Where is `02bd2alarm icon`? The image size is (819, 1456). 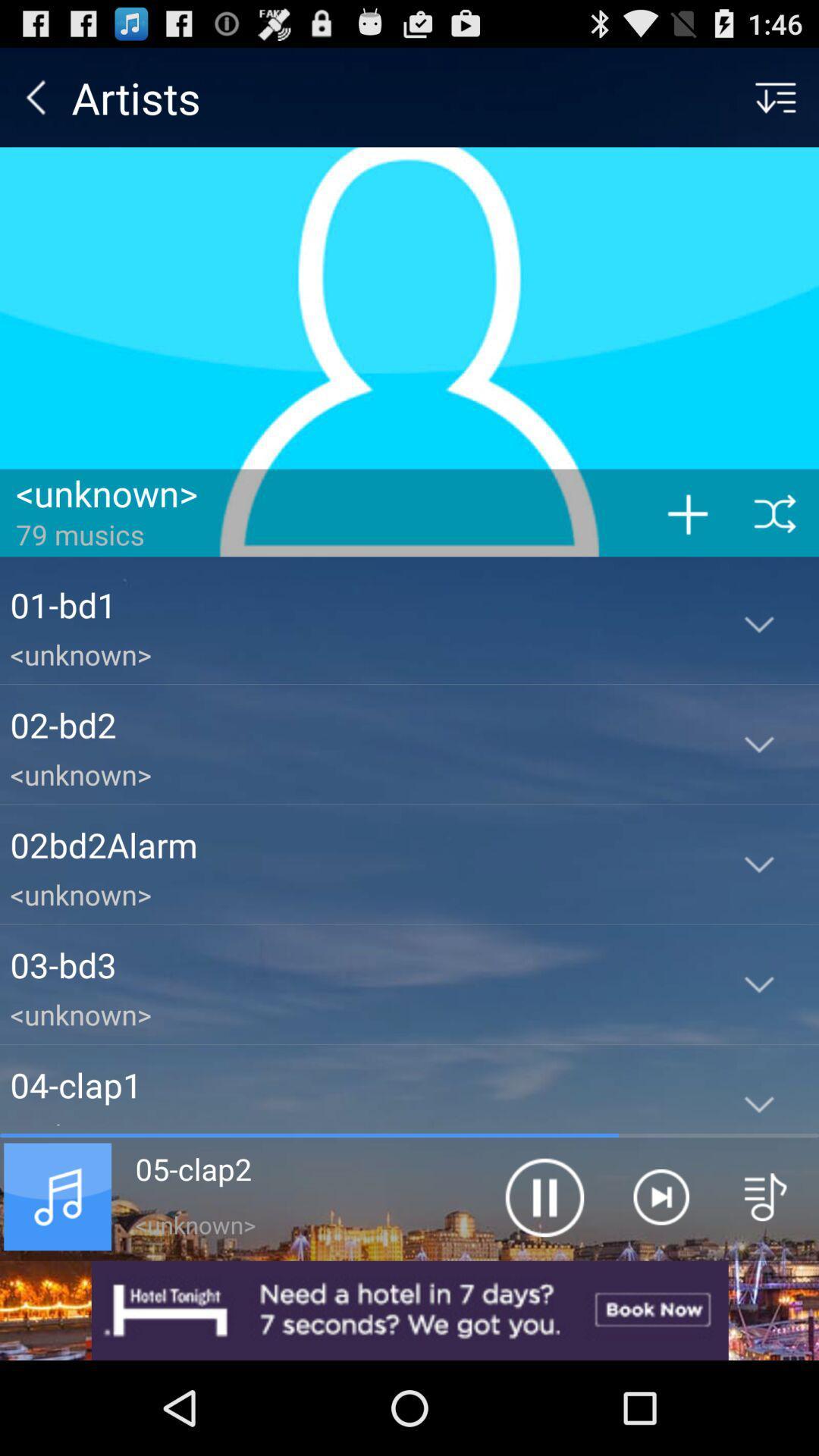
02bd2alarm icon is located at coordinates (354, 844).